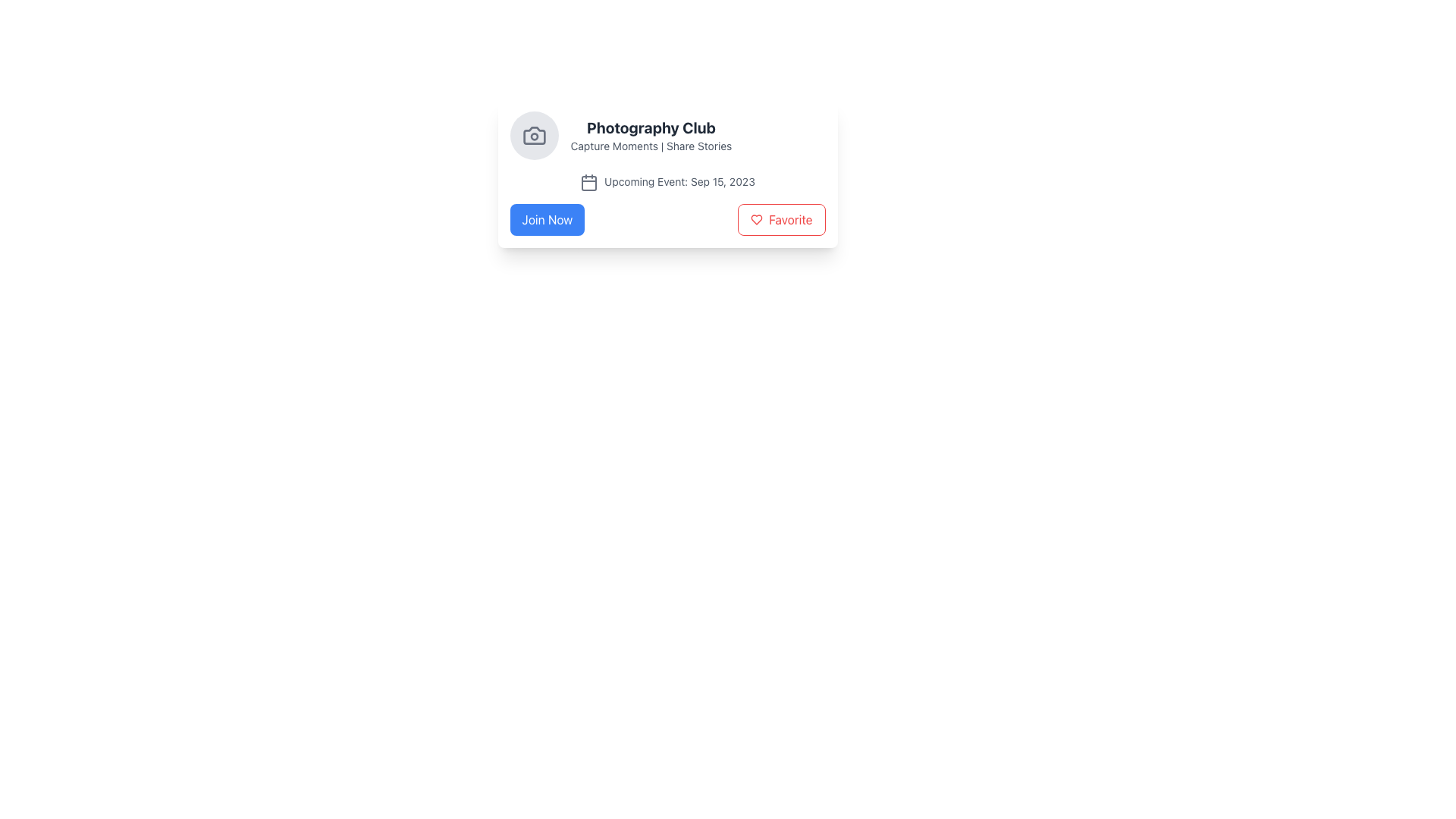 This screenshot has width=1456, height=819. What do you see at coordinates (757, 219) in the screenshot?
I see `the heart icon, which is a red-bordered icon filled with red, located to the left of the 'Favorite' text within the red-bordered button in the bottom-right corner of the card interface` at bounding box center [757, 219].